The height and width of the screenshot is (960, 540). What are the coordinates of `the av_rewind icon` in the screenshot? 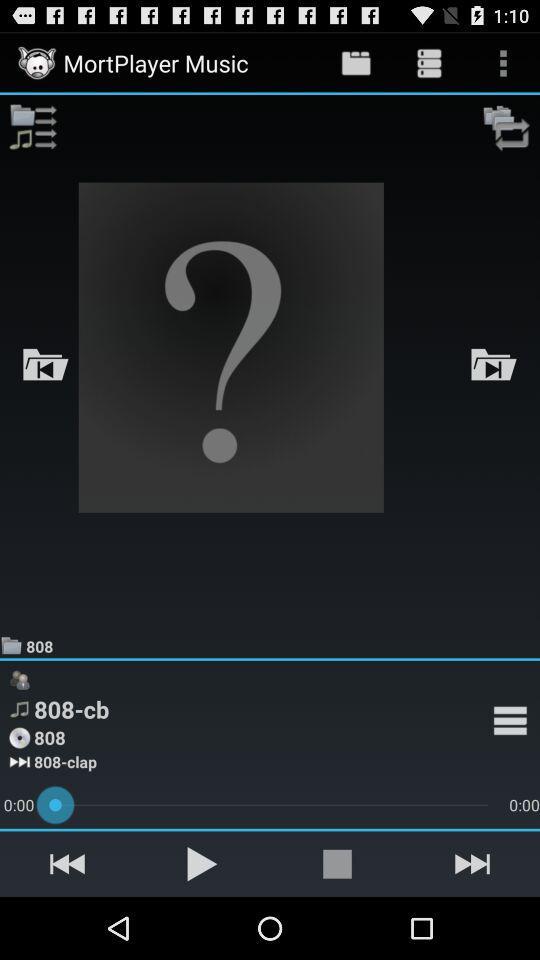 It's located at (67, 924).